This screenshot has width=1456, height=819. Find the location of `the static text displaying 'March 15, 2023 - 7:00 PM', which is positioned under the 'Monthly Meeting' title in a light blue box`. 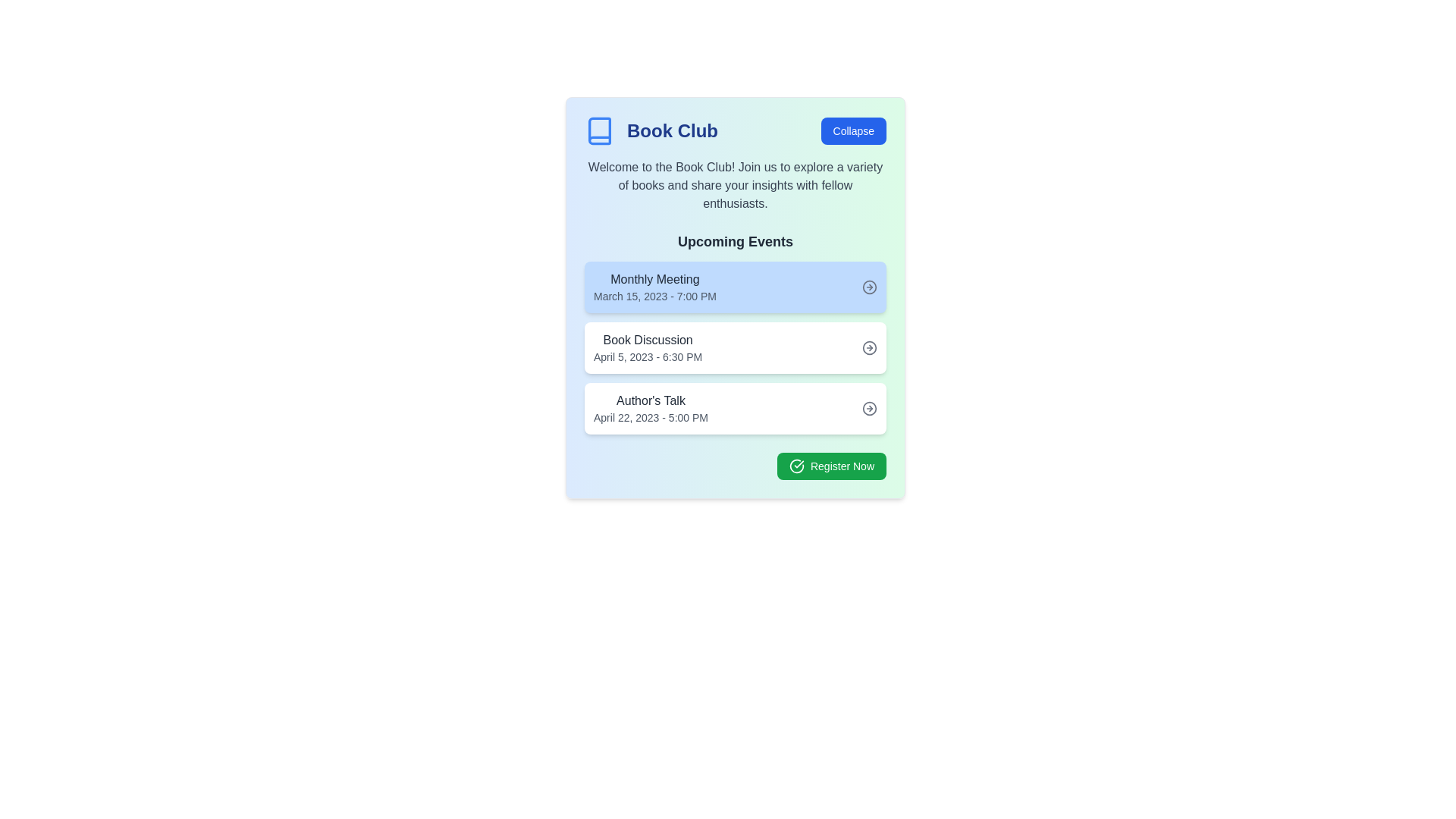

the static text displaying 'March 15, 2023 - 7:00 PM', which is positioned under the 'Monthly Meeting' title in a light blue box is located at coordinates (655, 296).